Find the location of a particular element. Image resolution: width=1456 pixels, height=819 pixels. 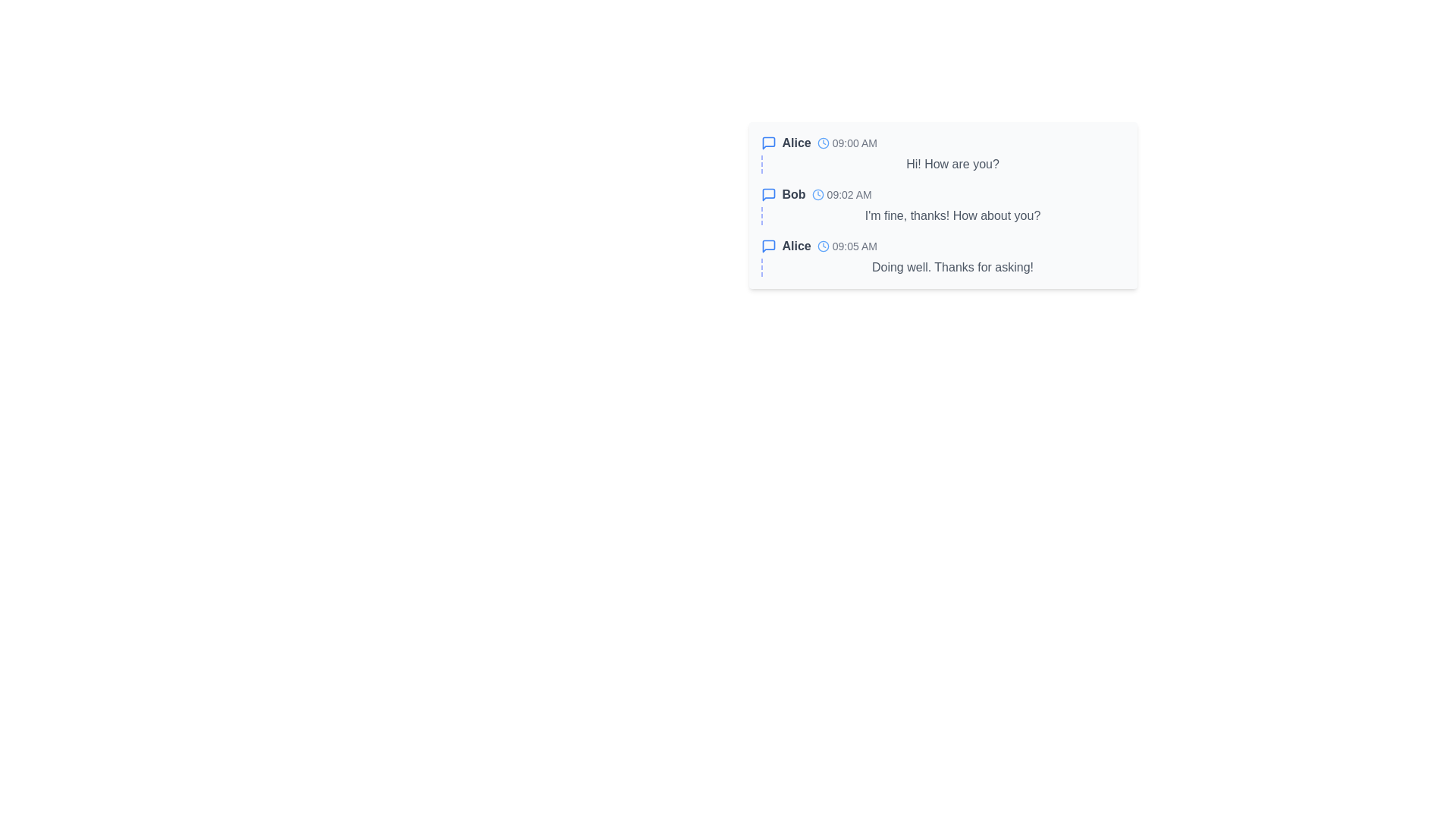

the first Chat message component from Alice, displaying the message 'Hi! How are you?' to show context options is located at coordinates (942, 154).